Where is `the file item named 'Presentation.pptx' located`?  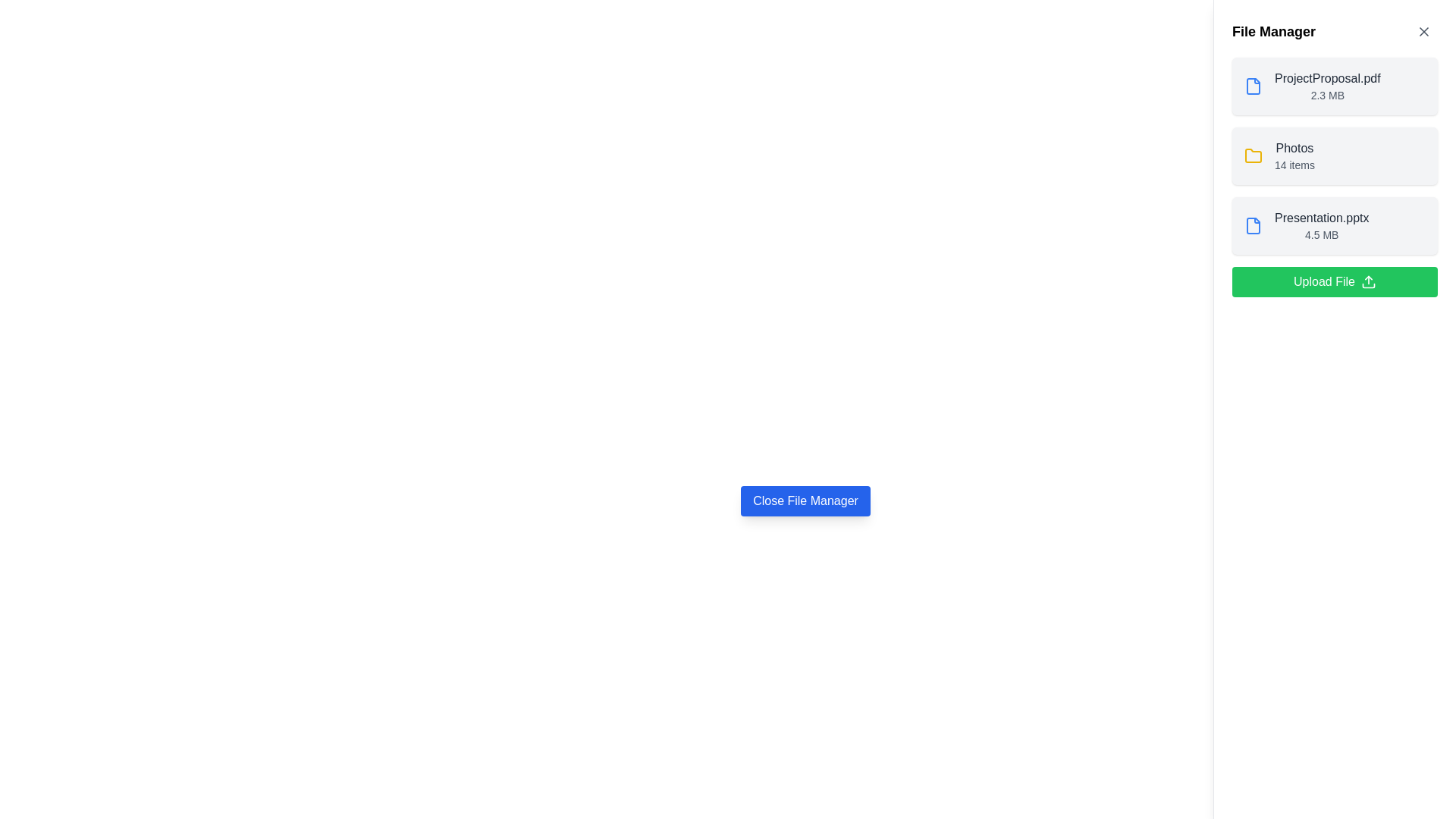
the file item named 'Presentation.pptx' located is located at coordinates (1321, 225).